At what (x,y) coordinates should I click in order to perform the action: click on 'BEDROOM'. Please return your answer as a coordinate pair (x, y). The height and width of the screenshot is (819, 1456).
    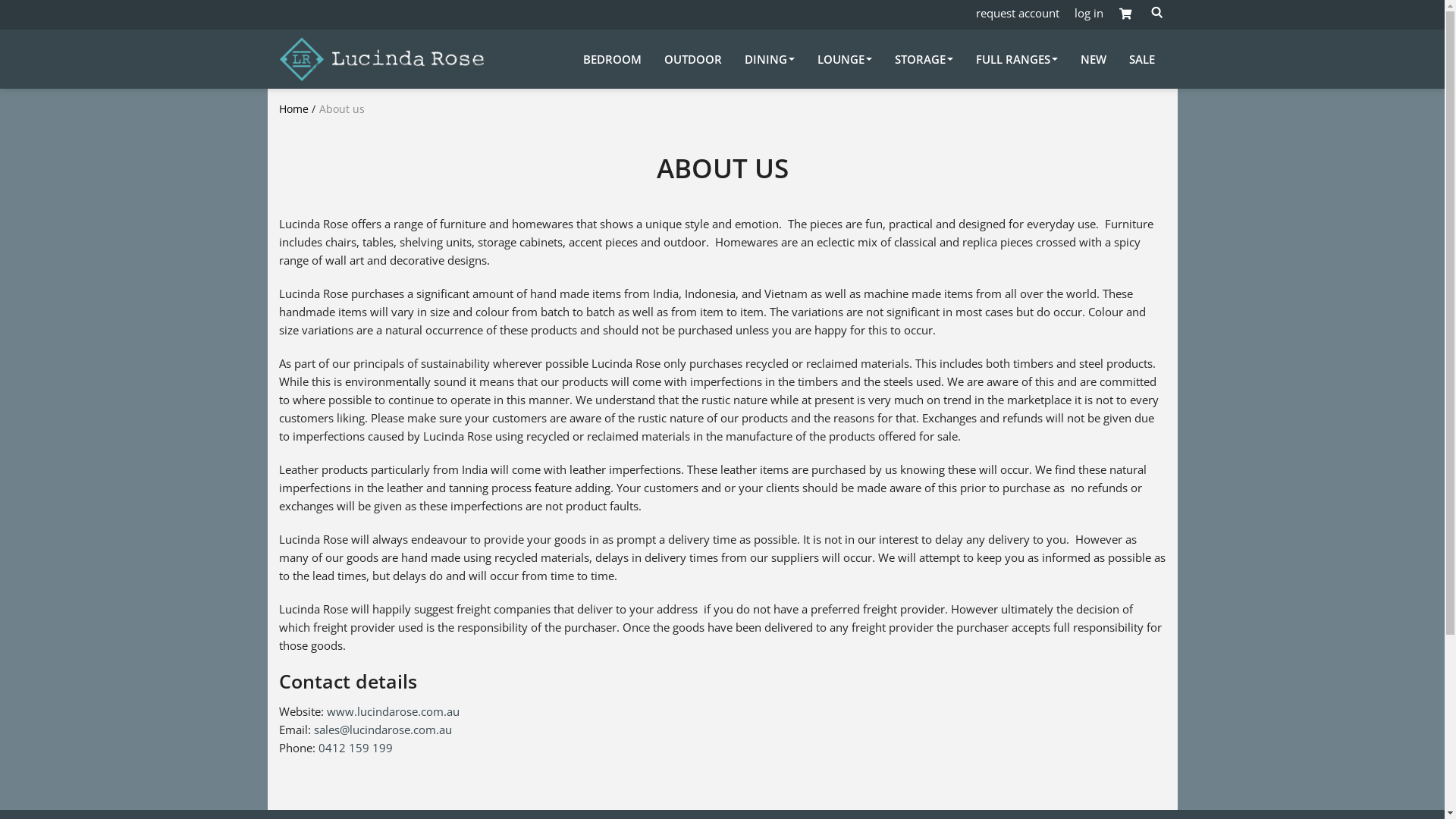
    Looking at the image, I should click on (611, 58).